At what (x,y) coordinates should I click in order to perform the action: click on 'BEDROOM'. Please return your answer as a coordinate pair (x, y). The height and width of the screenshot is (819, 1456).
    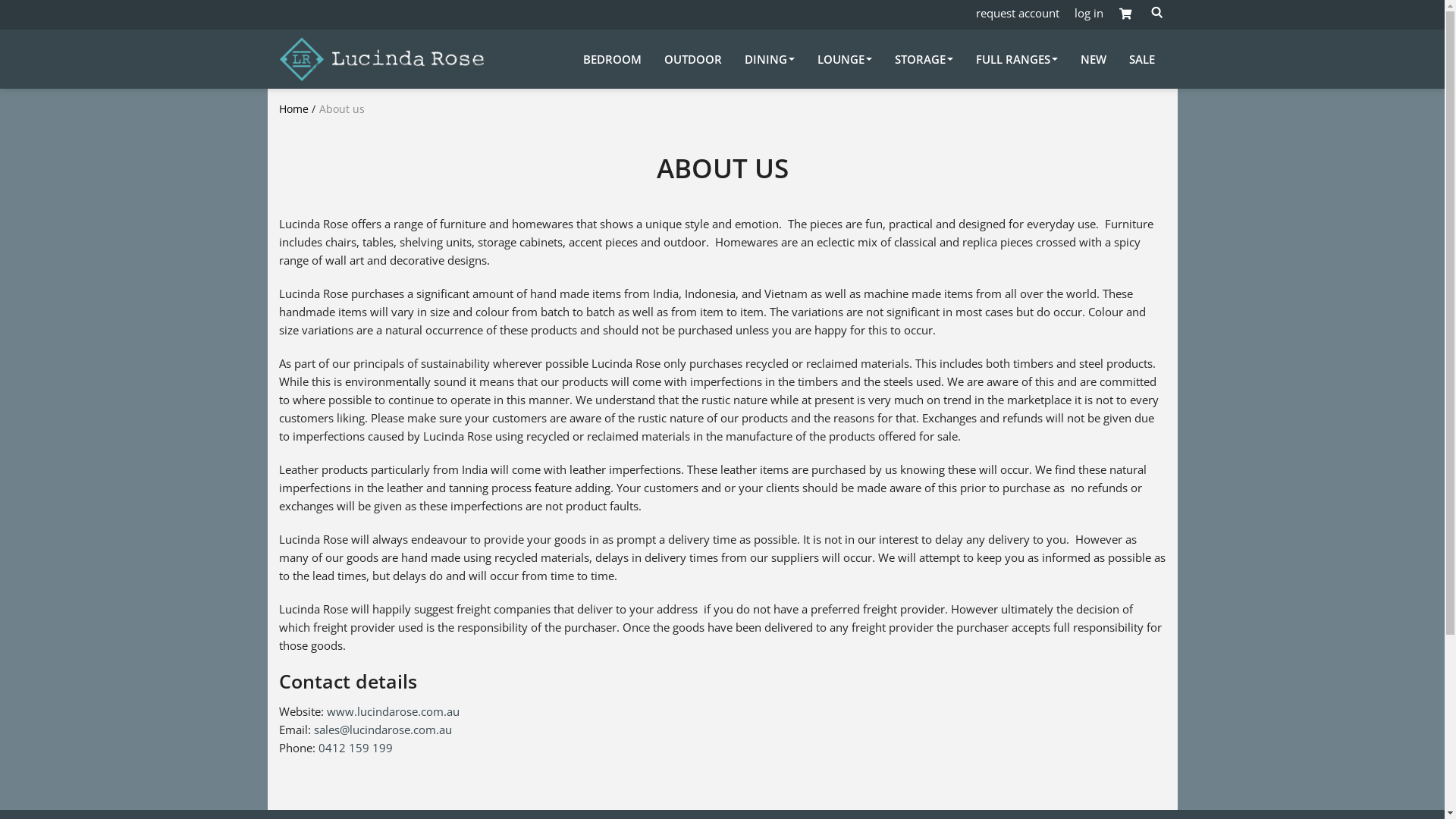
    Looking at the image, I should click on (611, 58).